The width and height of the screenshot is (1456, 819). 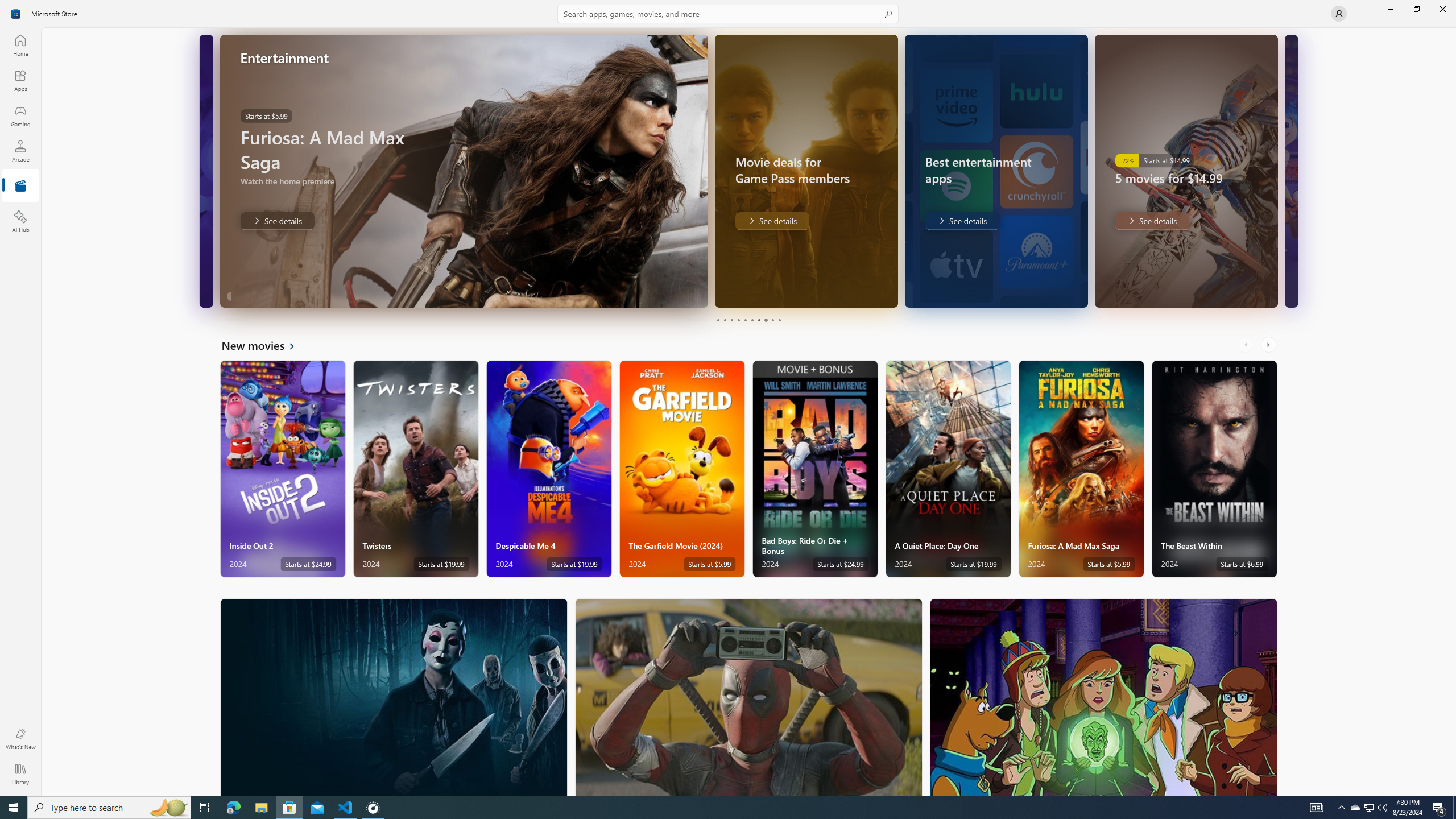 What do you see at coordinates (1416, 9) in the screenshot?
I see `'Restore Microsoft Store'` at bounding box center [1416, 9].